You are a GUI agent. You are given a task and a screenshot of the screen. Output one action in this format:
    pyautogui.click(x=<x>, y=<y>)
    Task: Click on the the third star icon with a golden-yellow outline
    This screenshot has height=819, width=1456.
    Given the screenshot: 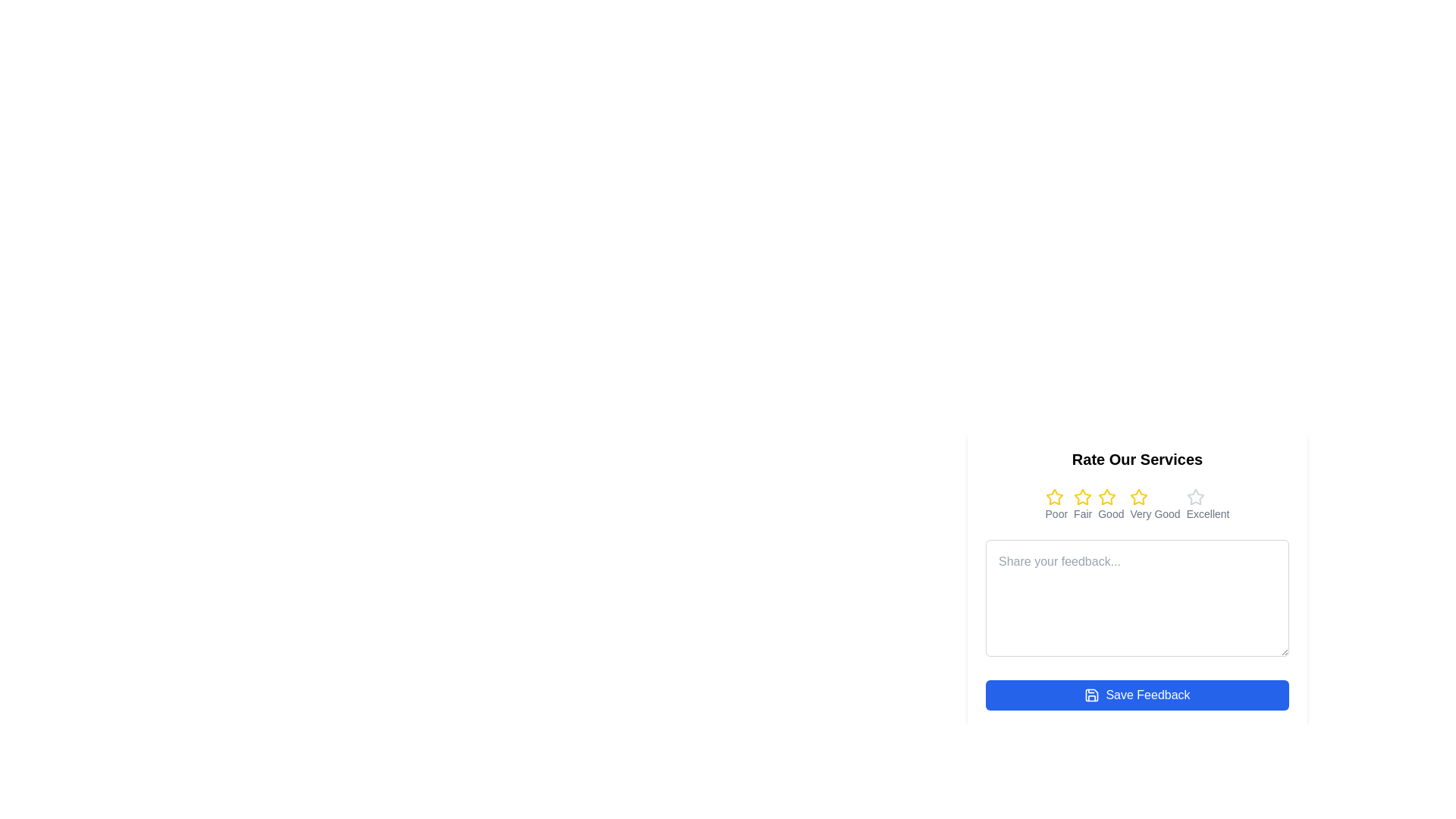 What is the action you would take?
    pyautogui.click(x=1106, y=497)
    